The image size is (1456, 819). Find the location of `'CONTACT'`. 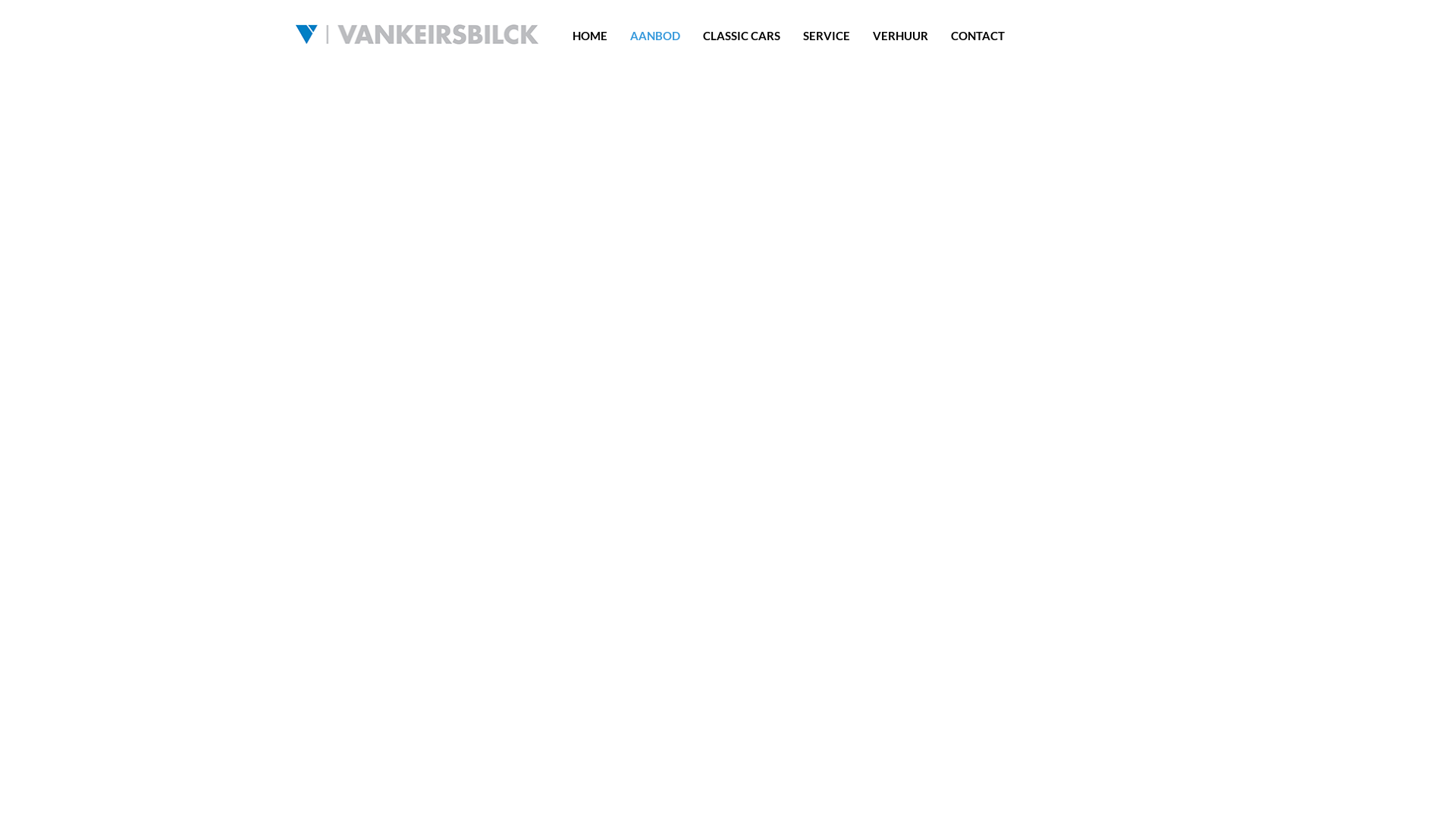

'CONTACT' is located at coordinates (977, 34).